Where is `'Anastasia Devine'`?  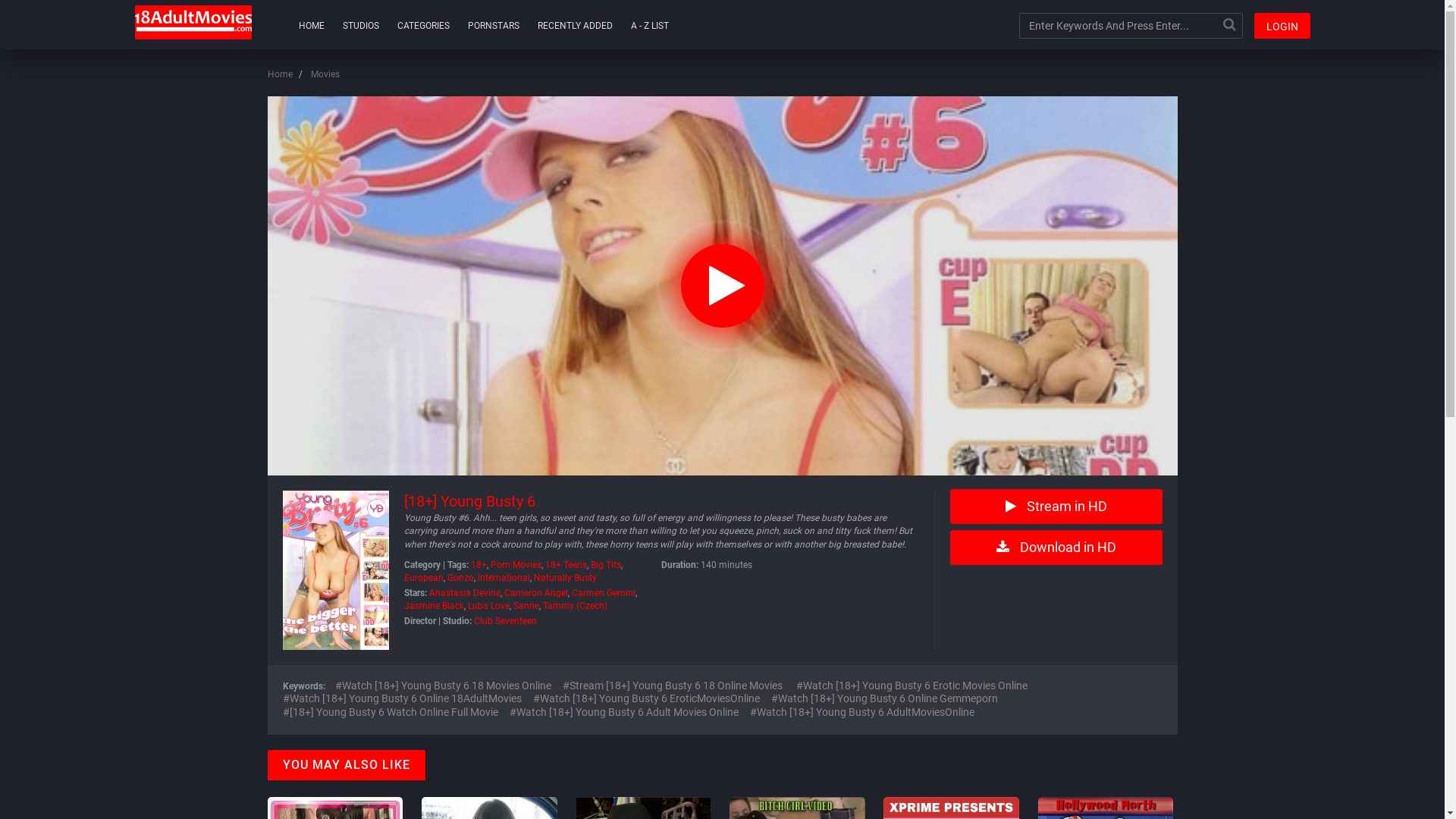
'Anastasia Devine' is located at coordinates (464, 592).